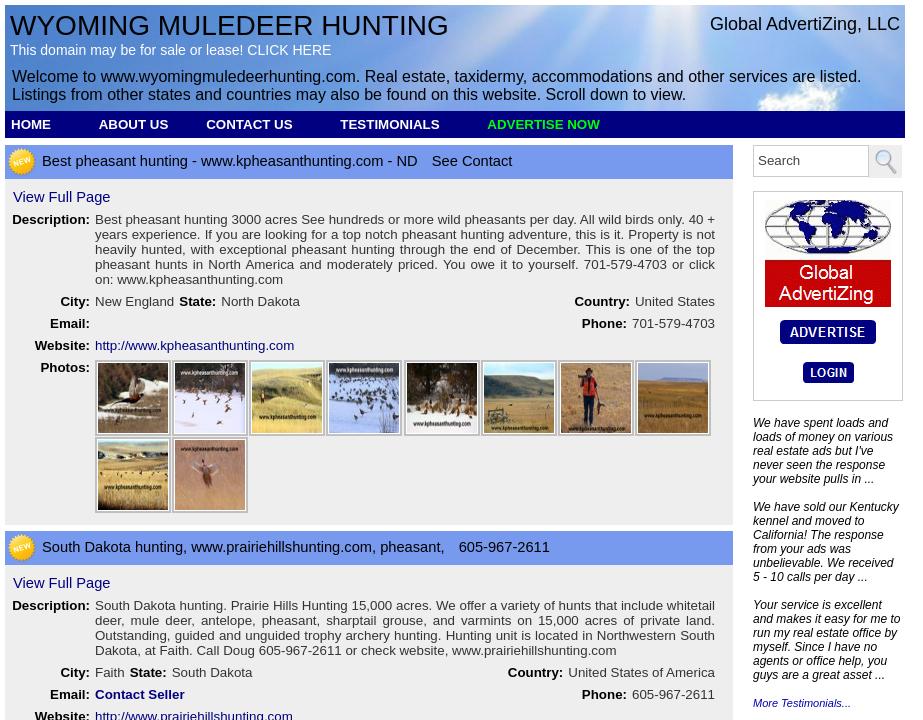 The height and width of the screenshot is (720, 923). Describe the element at coordinates (98, 124) in the screenshot. I see `'ABOUT US'` at that location.